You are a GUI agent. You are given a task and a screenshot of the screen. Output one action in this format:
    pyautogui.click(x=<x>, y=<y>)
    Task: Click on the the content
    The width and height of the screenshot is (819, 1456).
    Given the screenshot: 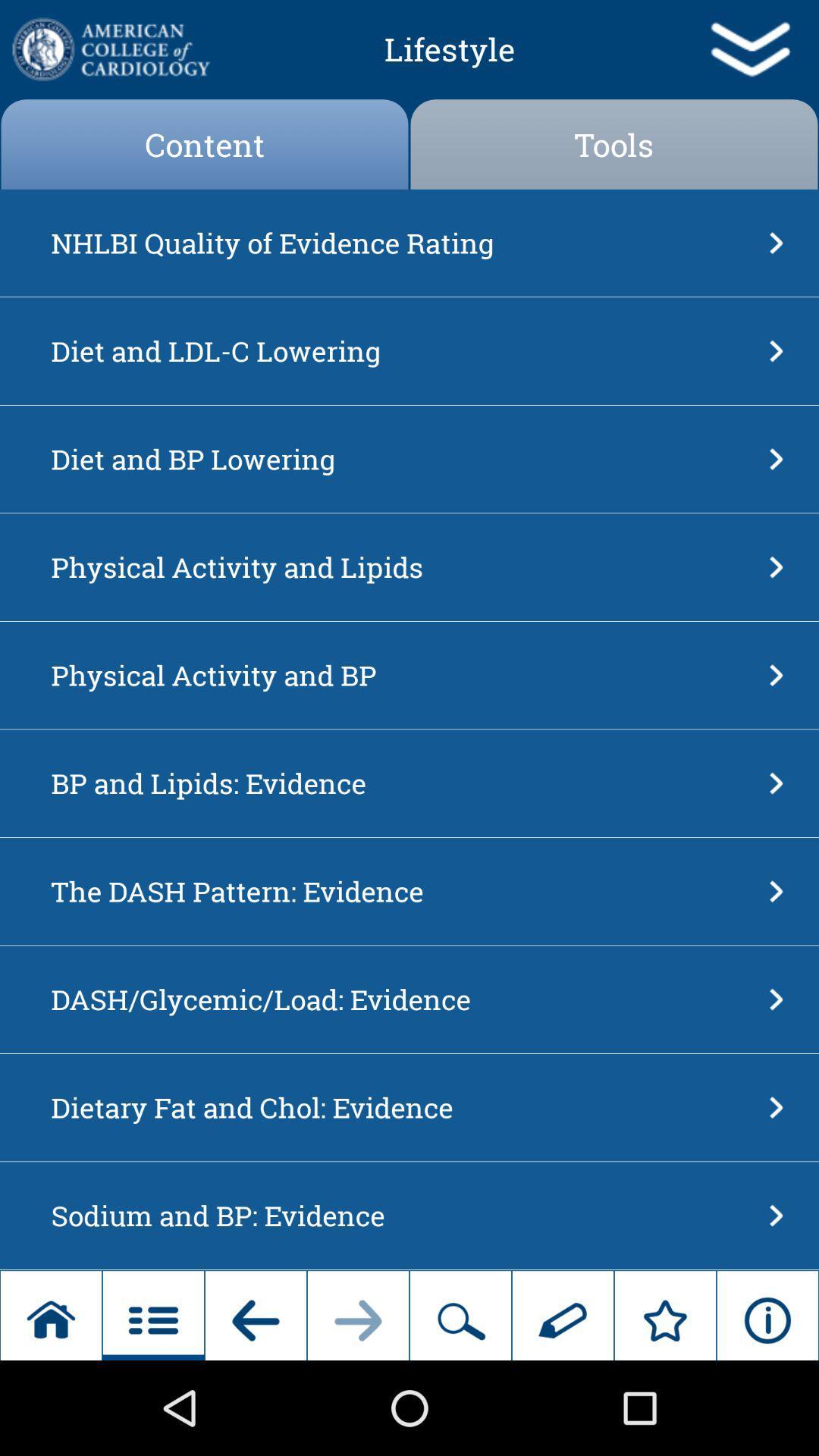 What is the action you would take?
    pyautogui.click(x=205, y=144)
    